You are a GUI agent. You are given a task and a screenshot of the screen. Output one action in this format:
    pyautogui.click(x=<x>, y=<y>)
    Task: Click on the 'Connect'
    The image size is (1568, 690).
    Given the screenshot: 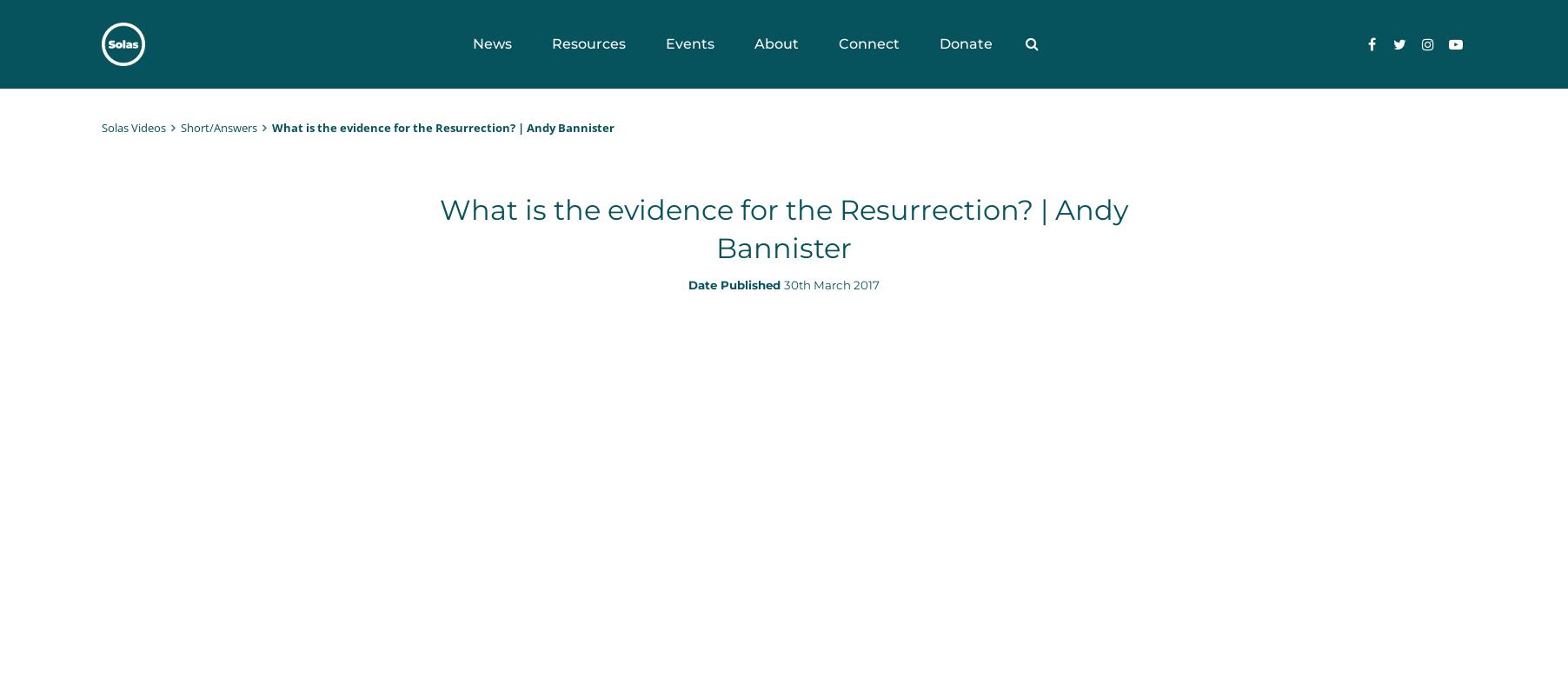 What is the action you would take?
    pyautogui.click(x=868, y=43)
    